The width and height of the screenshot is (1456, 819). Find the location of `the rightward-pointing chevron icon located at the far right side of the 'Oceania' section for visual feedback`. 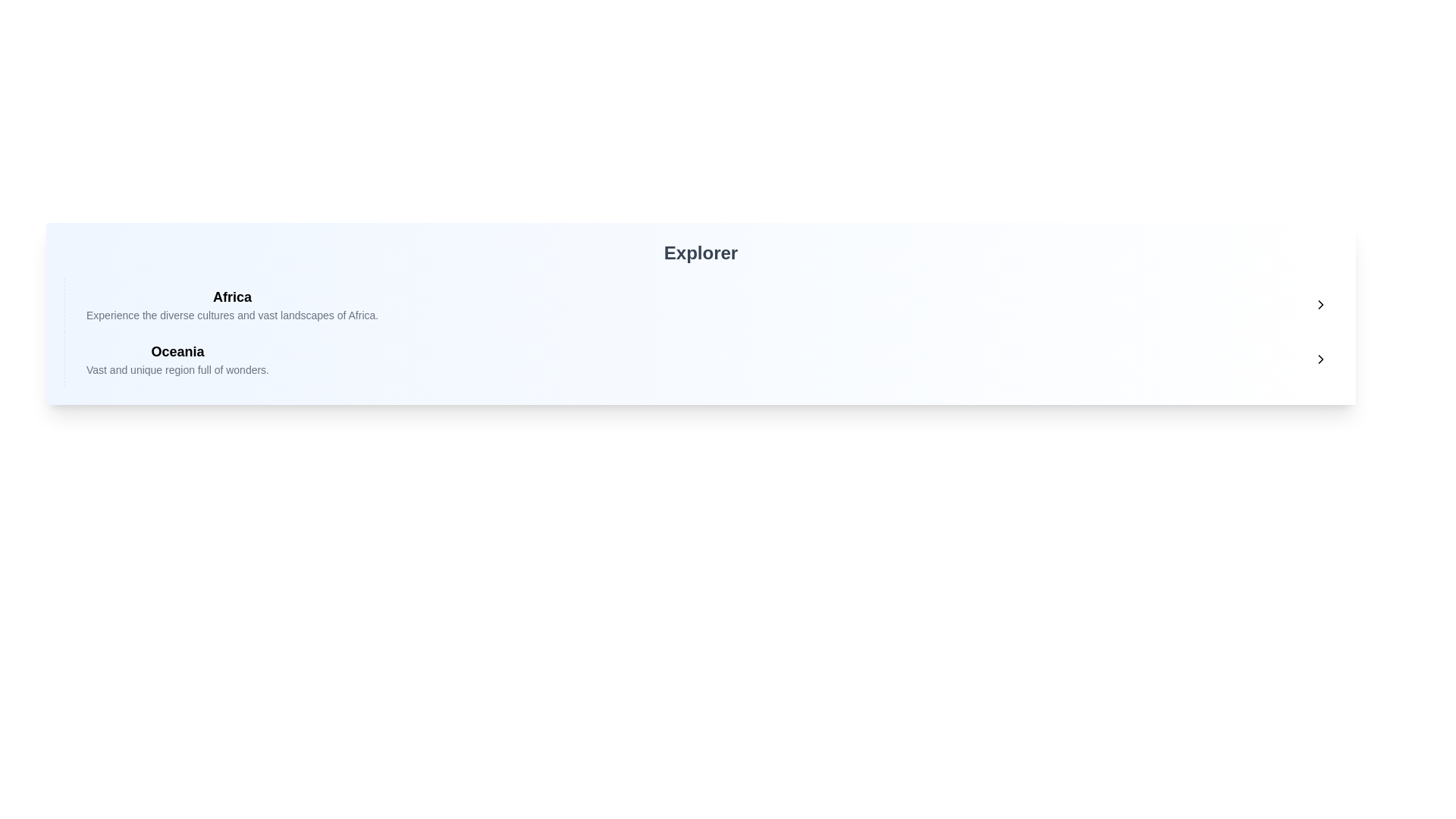

the rightward-pointing chevron icon located at the far right side of the 'Oceania' section for visual feedback is located at coordinates (1320, 359).